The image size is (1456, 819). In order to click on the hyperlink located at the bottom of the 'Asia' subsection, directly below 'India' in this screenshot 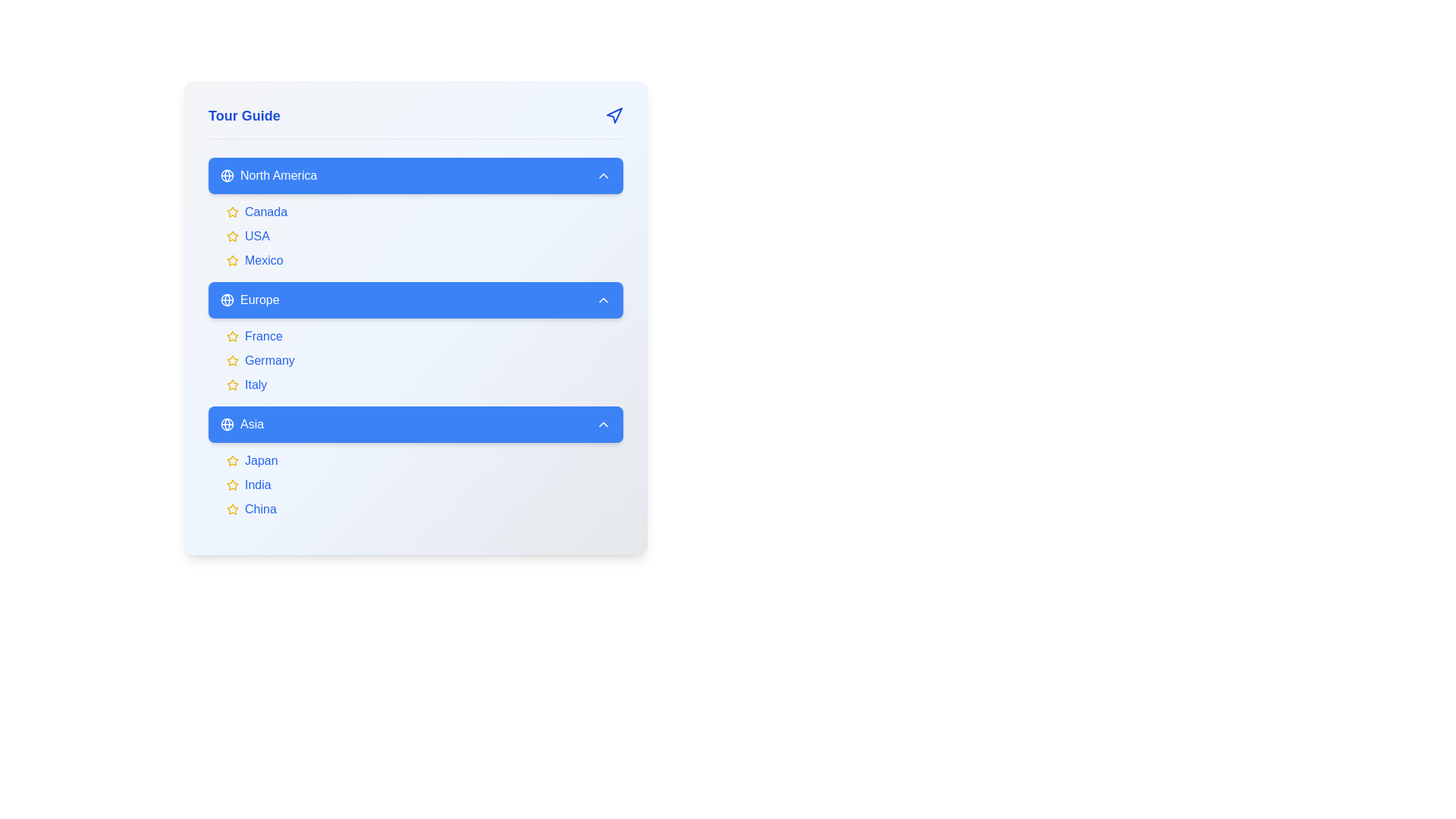, I will do `click(260, 509)`.